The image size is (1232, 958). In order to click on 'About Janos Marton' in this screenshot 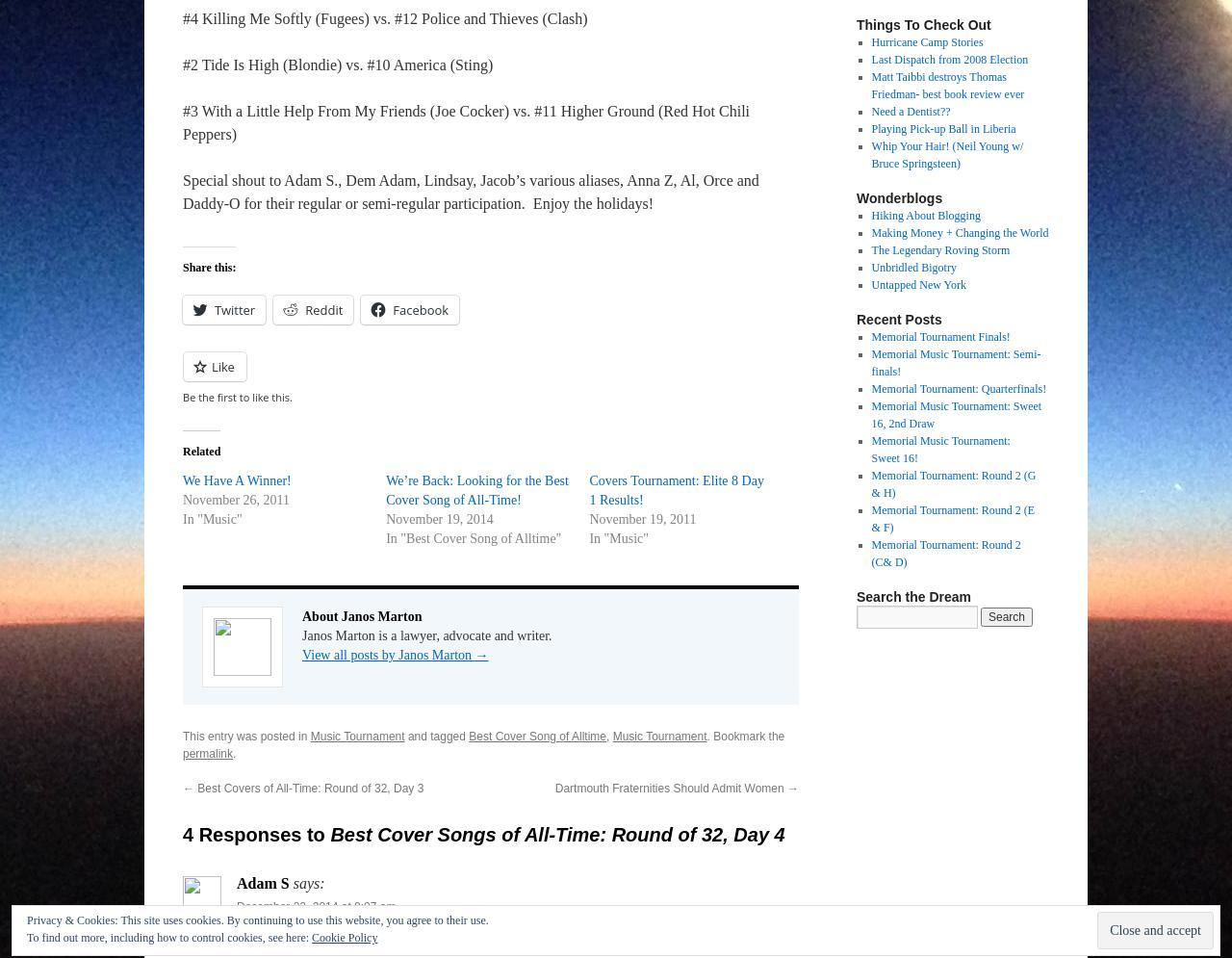, I will do `click(361, 616)`.